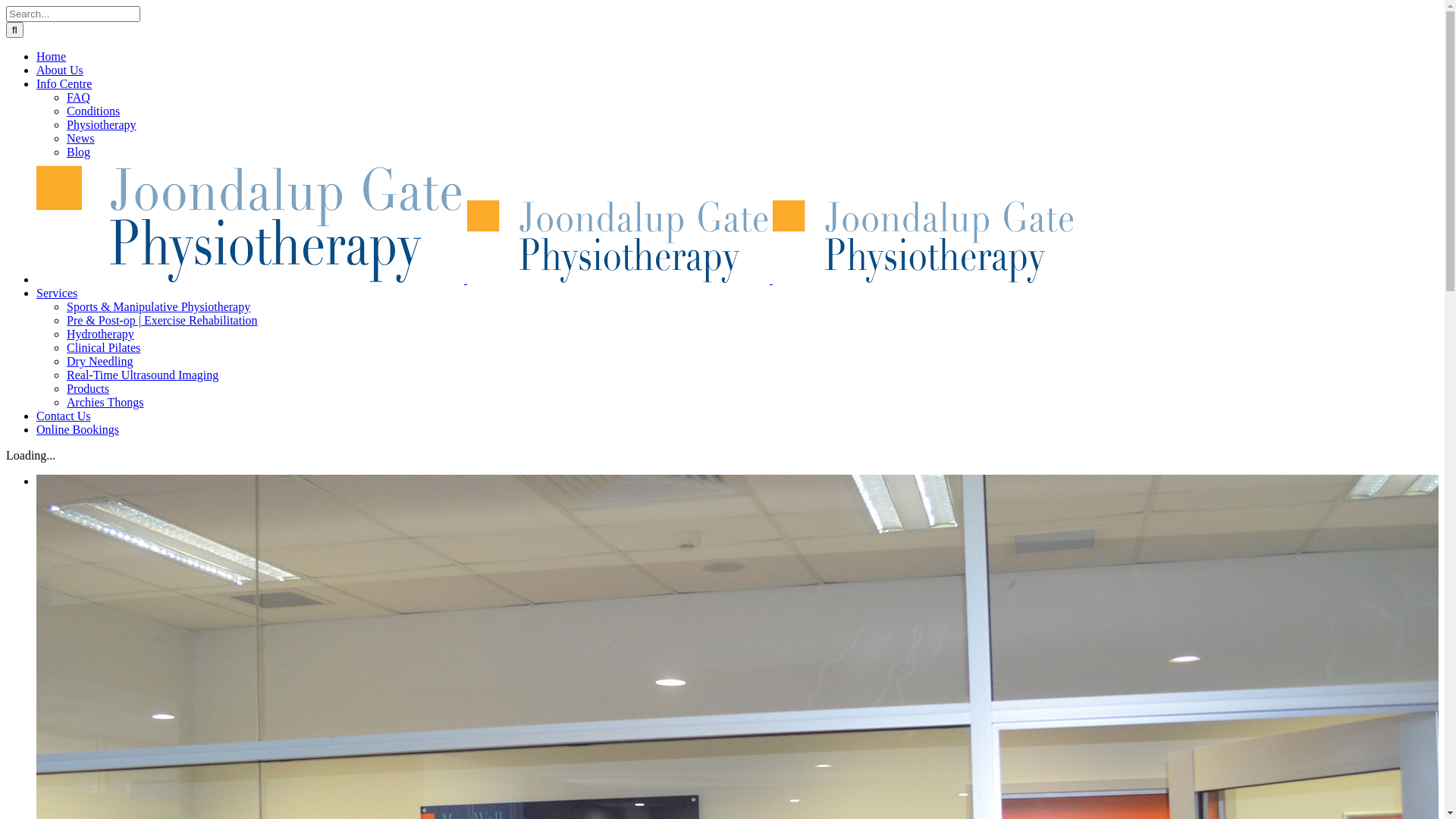  I want to click on 'Skip to content', so click(5, 5).